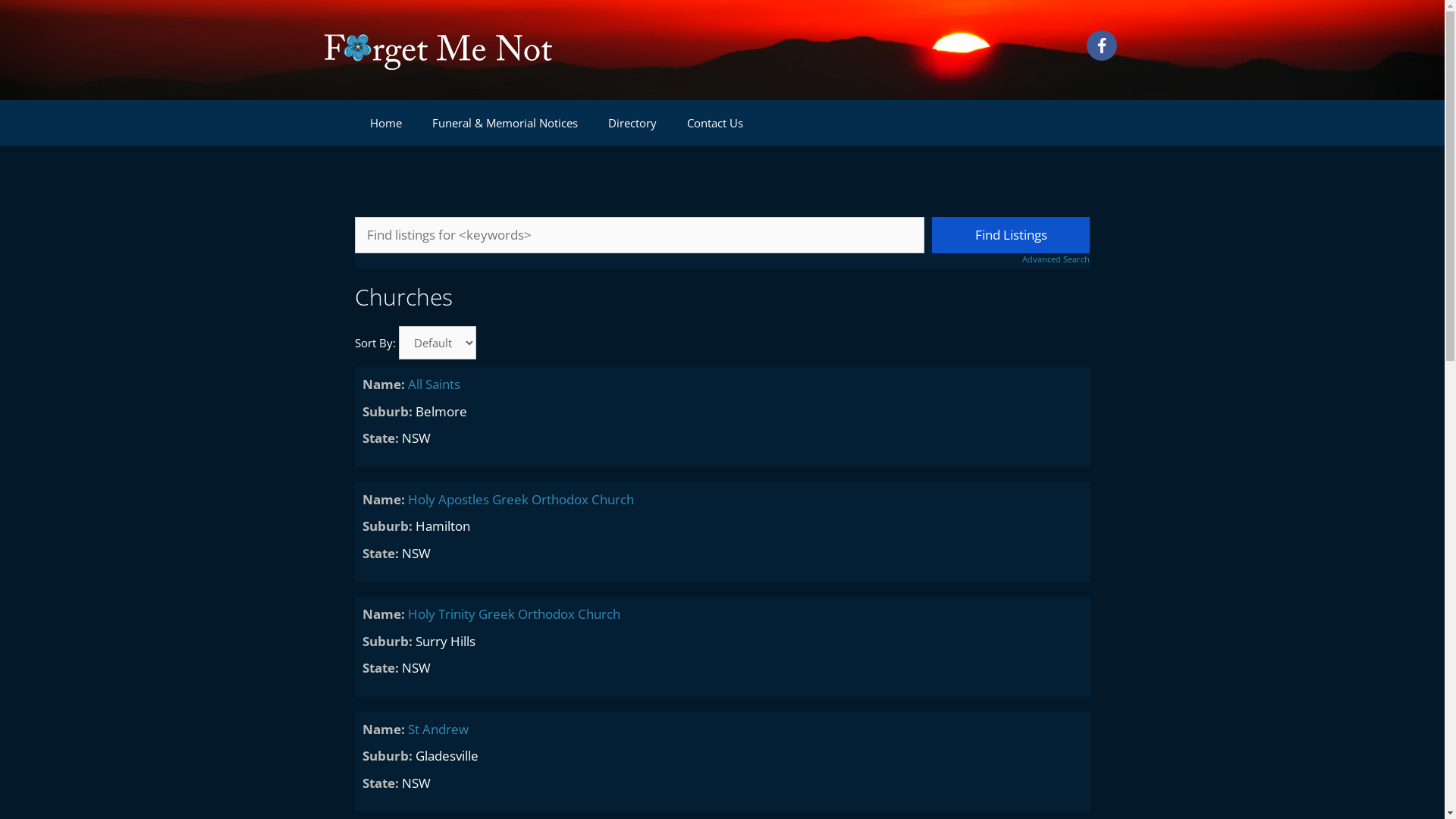  Describe the element at coordinates (640, 234) in the screenshot. I see `'Quick search keywords'` at that location.